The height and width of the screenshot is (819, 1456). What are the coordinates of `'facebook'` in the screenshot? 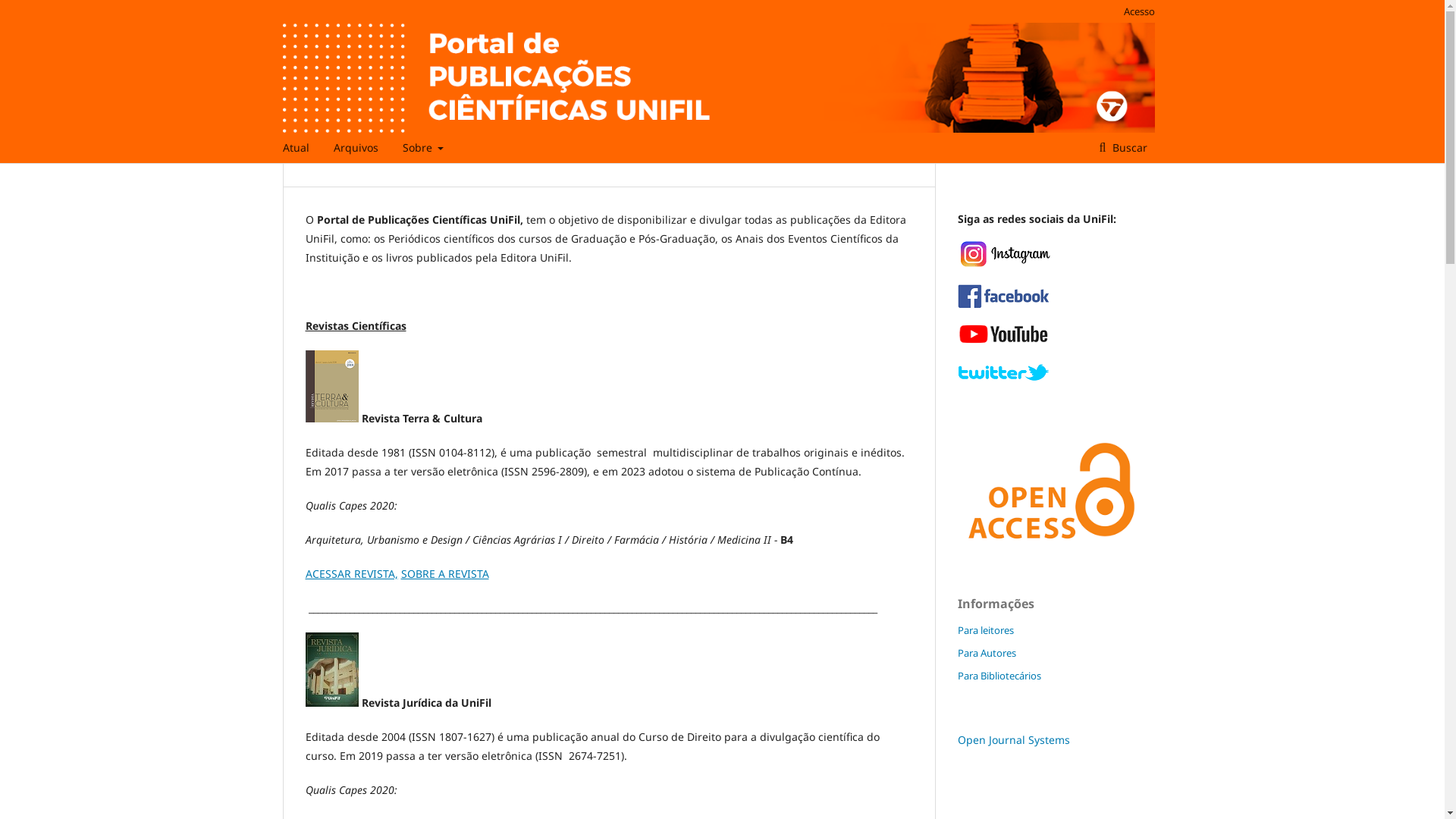 It's located at (1002, 304).